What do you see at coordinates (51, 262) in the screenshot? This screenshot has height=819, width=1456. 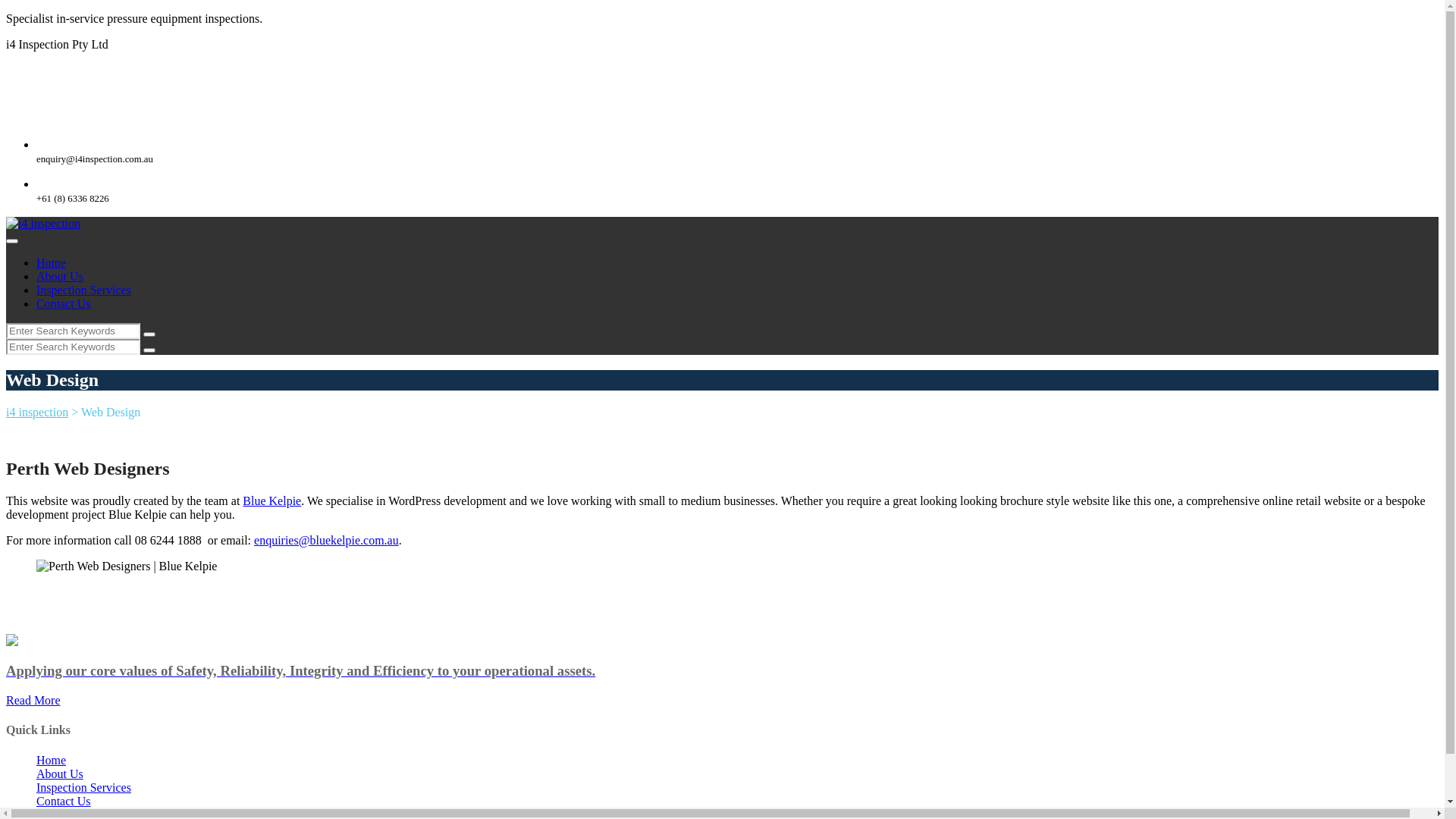 I see `'Home'` at bounding box center [51, 262].